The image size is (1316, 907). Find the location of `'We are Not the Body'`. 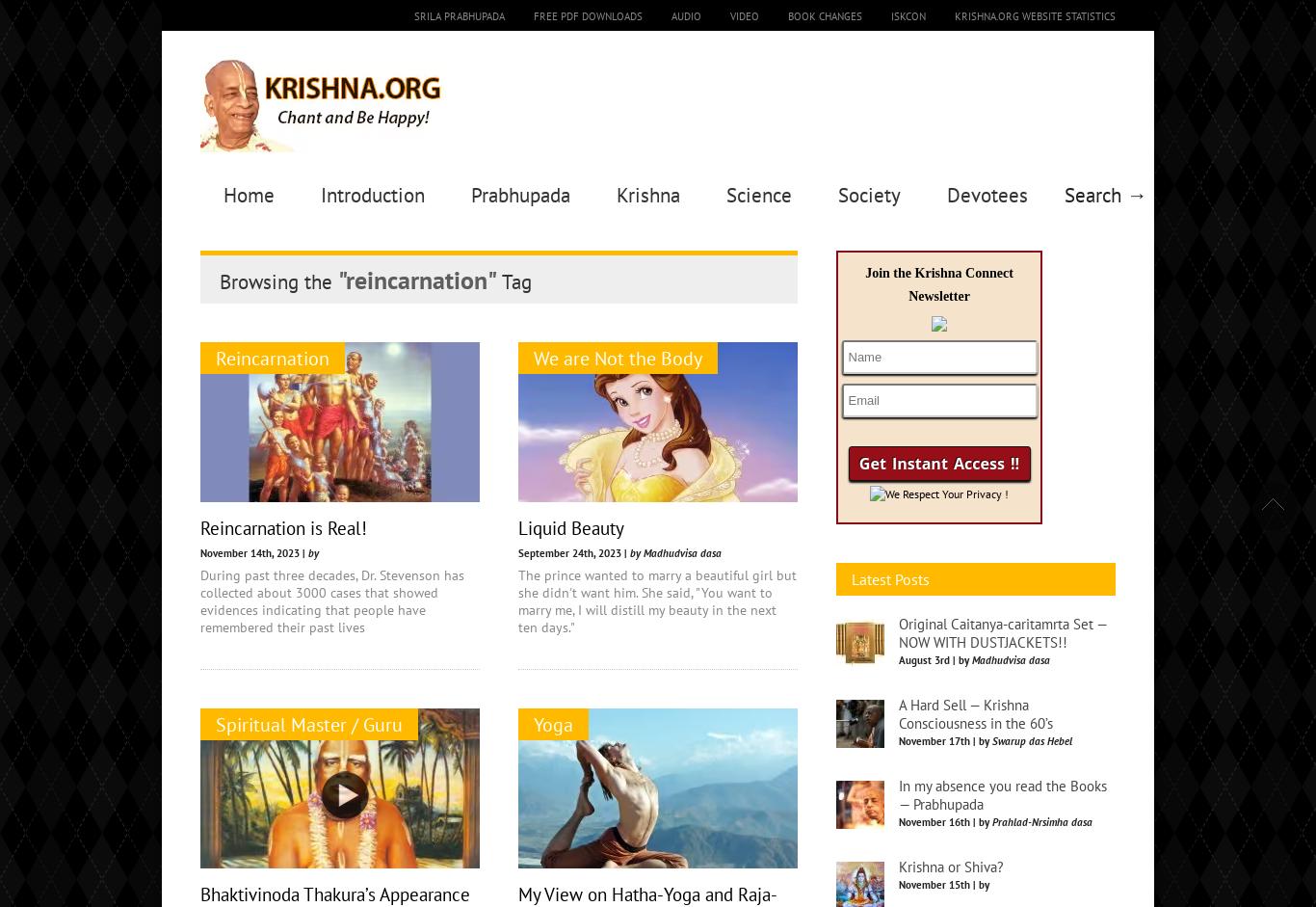

'We are Not the Body' is located at coordinates (617, 358).